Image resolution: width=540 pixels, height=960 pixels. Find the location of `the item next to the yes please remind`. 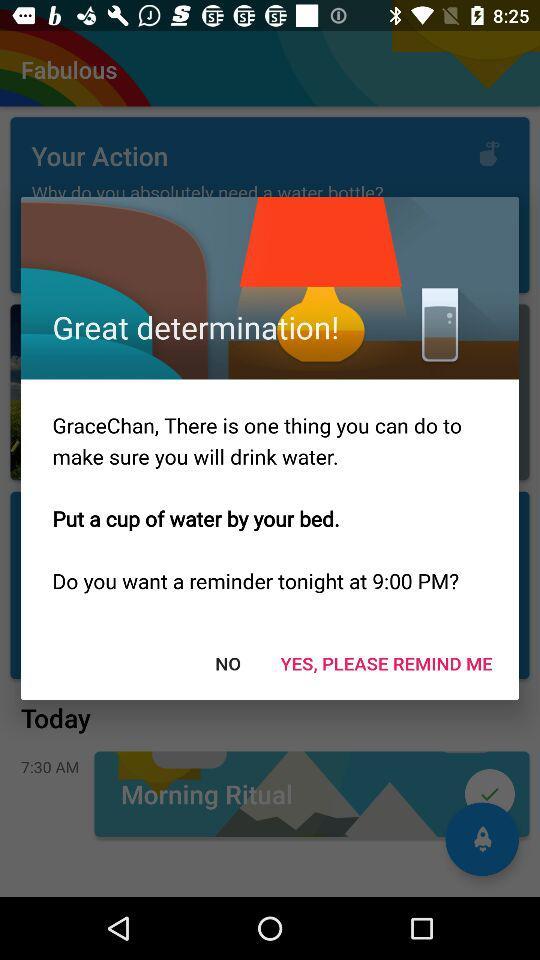

the item next to the yes please remind is located at coordinates (226, 663).